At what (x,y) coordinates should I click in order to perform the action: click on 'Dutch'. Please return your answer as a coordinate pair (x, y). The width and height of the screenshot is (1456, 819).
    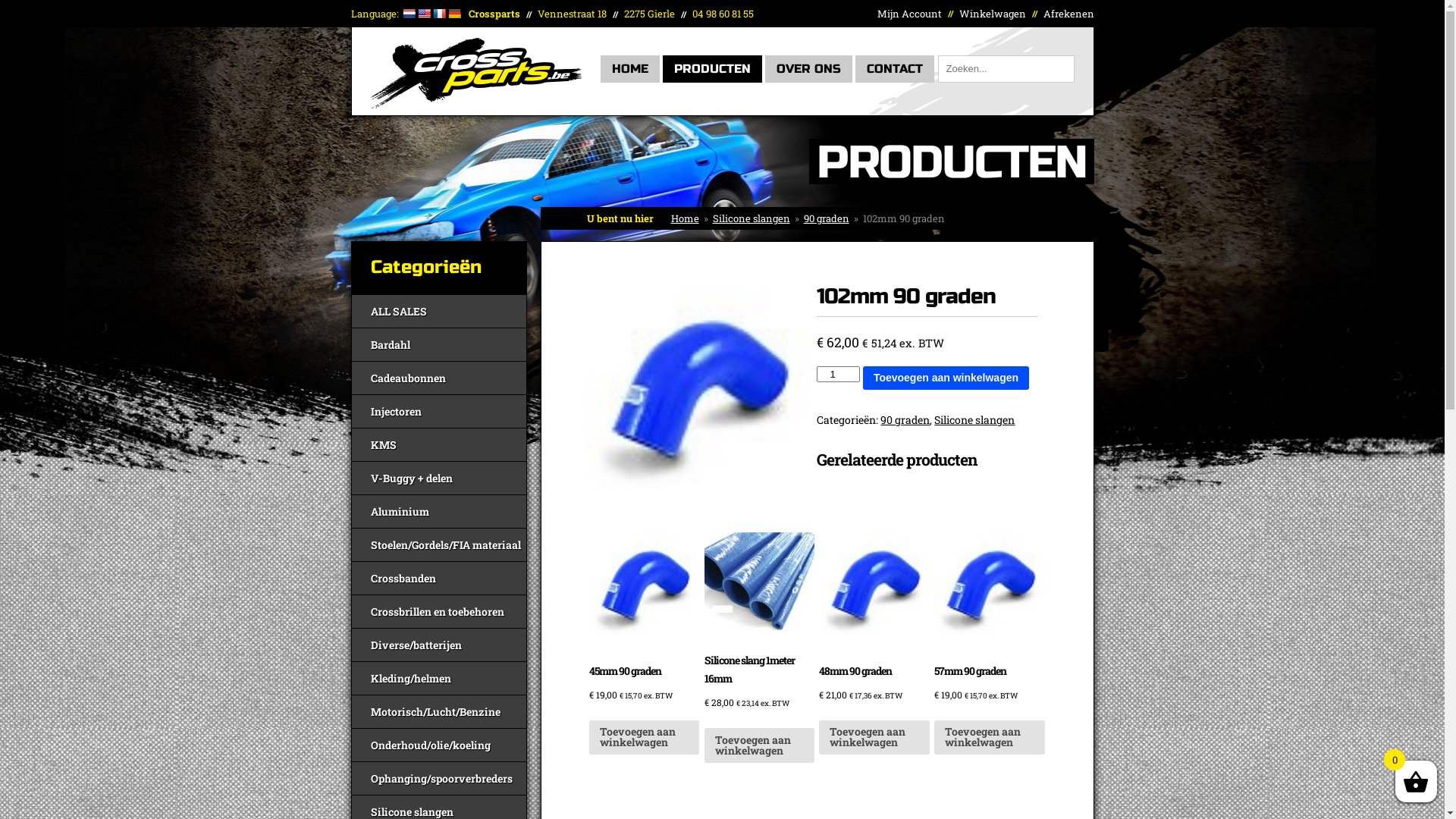
    Looking at the image, I should click on (401, 14).